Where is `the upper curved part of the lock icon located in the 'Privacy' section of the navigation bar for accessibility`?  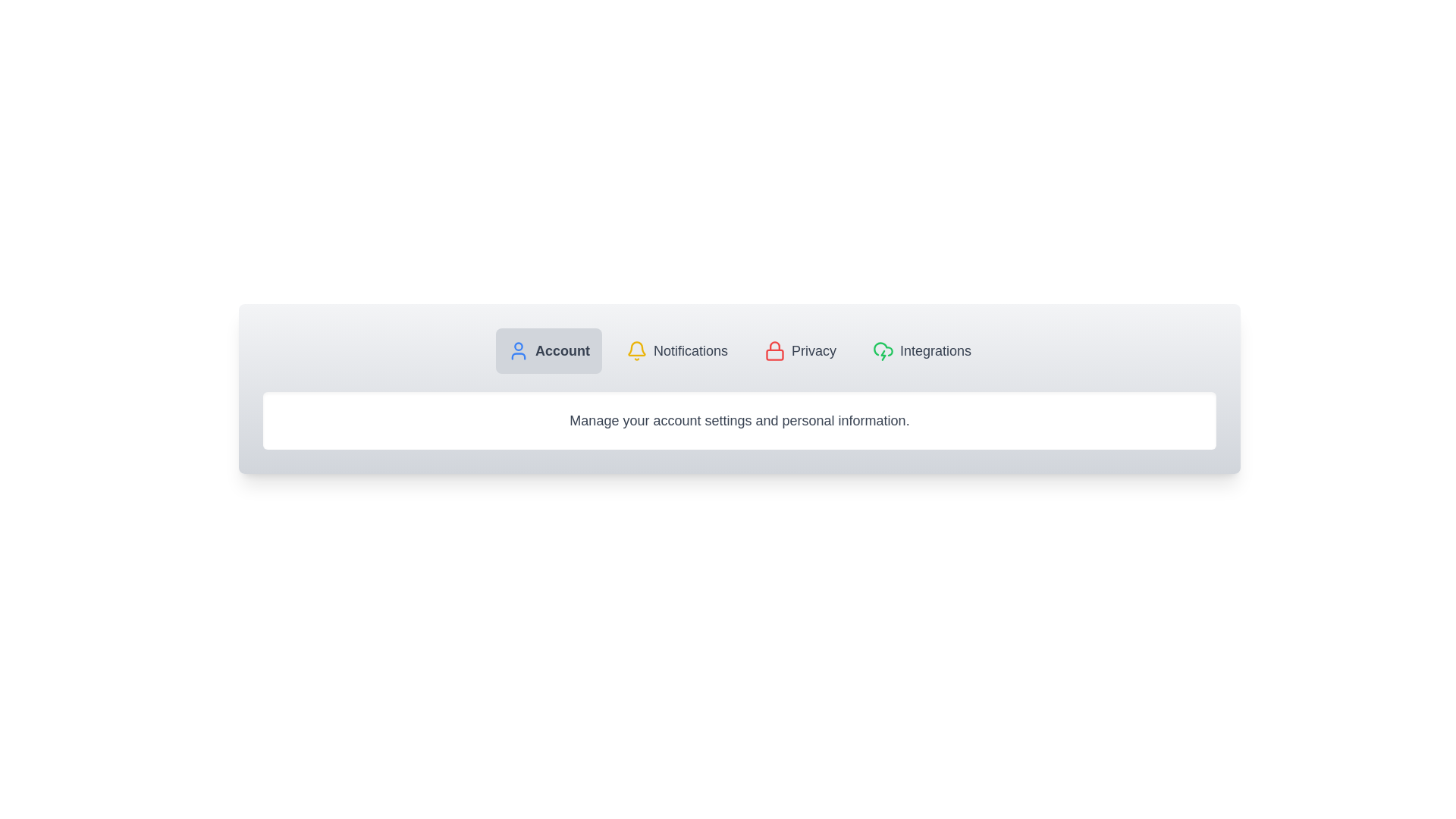 the upper curved part of the lock icon located in the 'Privacy' section of the navigation bar for accessibility is located at coordinates (775, 346).